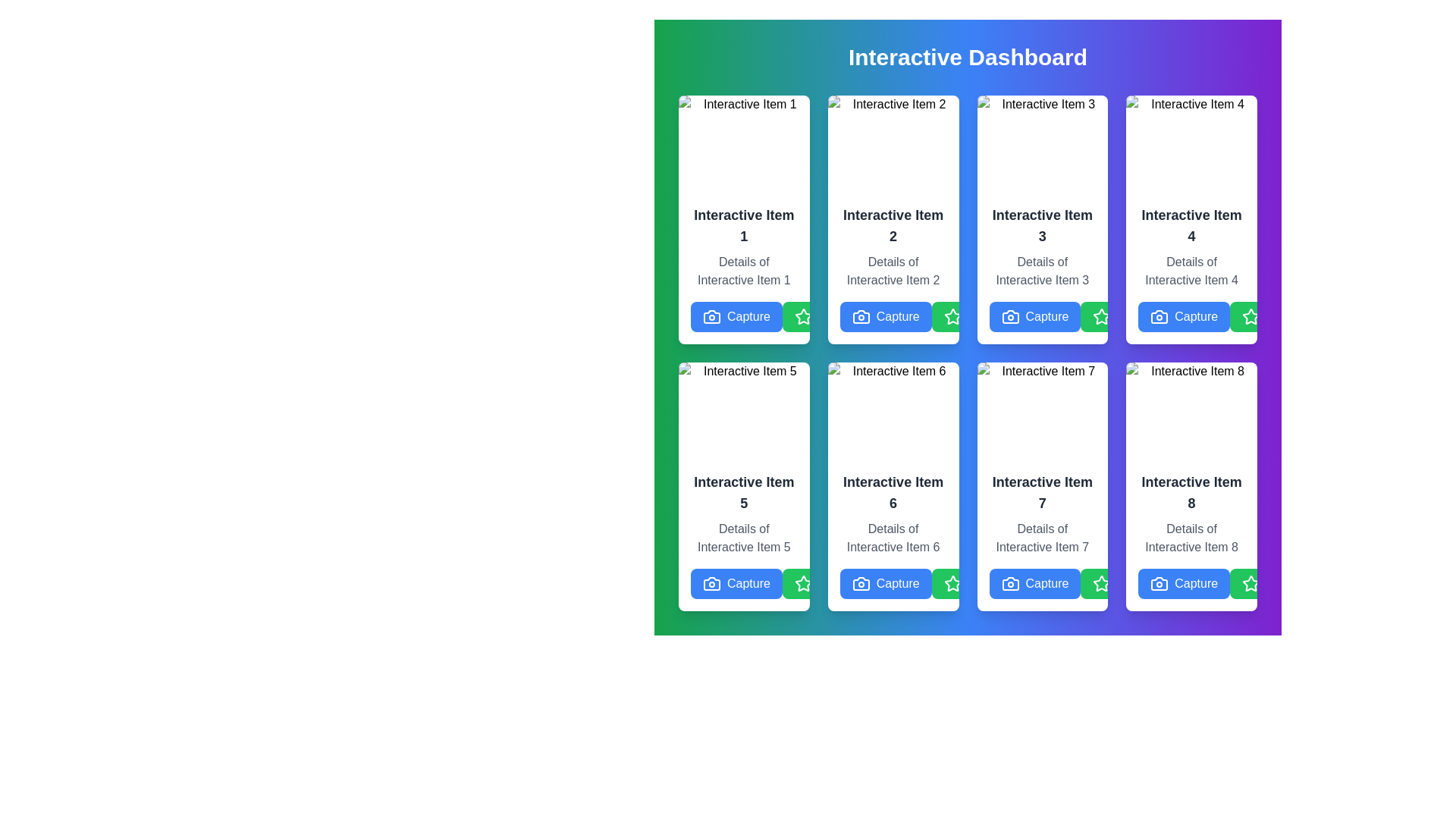 This screenshot has width=1456, height=819. Describe the element at coordinates (893, 411) in the screenshot. I see `details of the image representing 'Interactive Item 6' located in the top section of its card, positioned in the second row, second column of the grid layout` at that location.